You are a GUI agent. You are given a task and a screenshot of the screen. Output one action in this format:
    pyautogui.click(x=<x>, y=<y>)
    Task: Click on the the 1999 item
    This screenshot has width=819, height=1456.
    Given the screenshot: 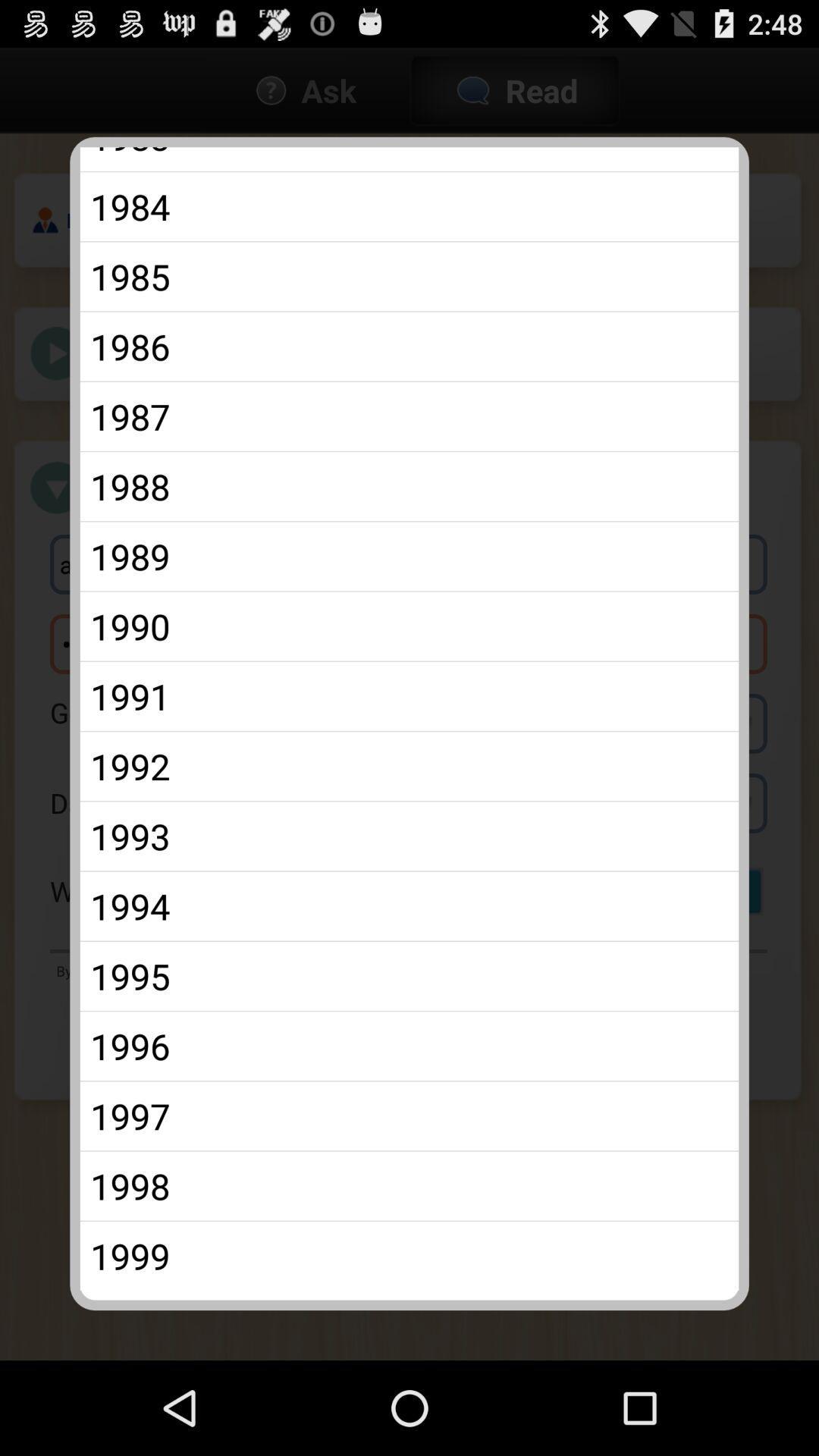 What is the action you would take?
    pyautogui.click(x=409, y=1256)
    